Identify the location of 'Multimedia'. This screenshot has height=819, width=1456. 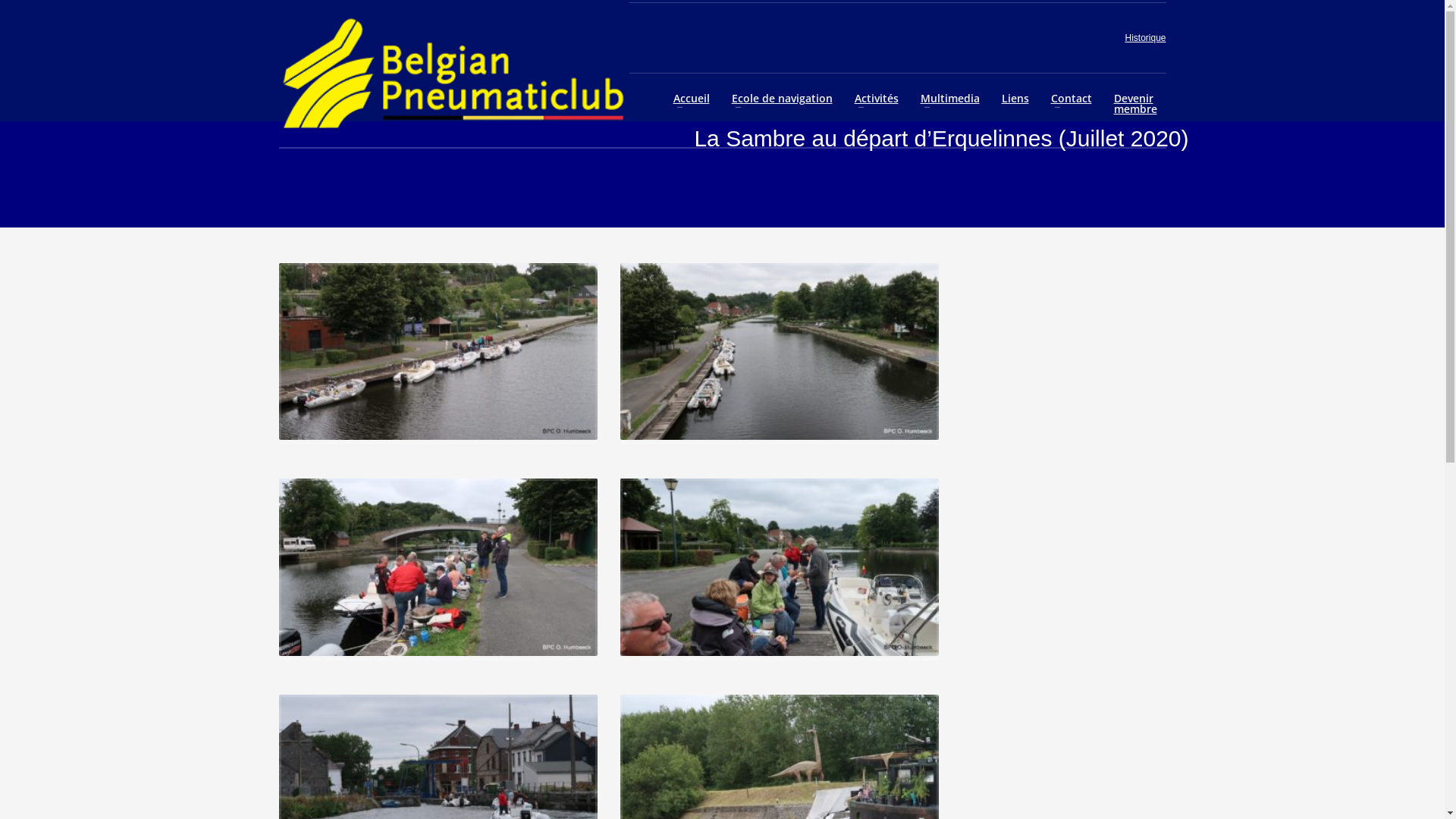
(949, 99).